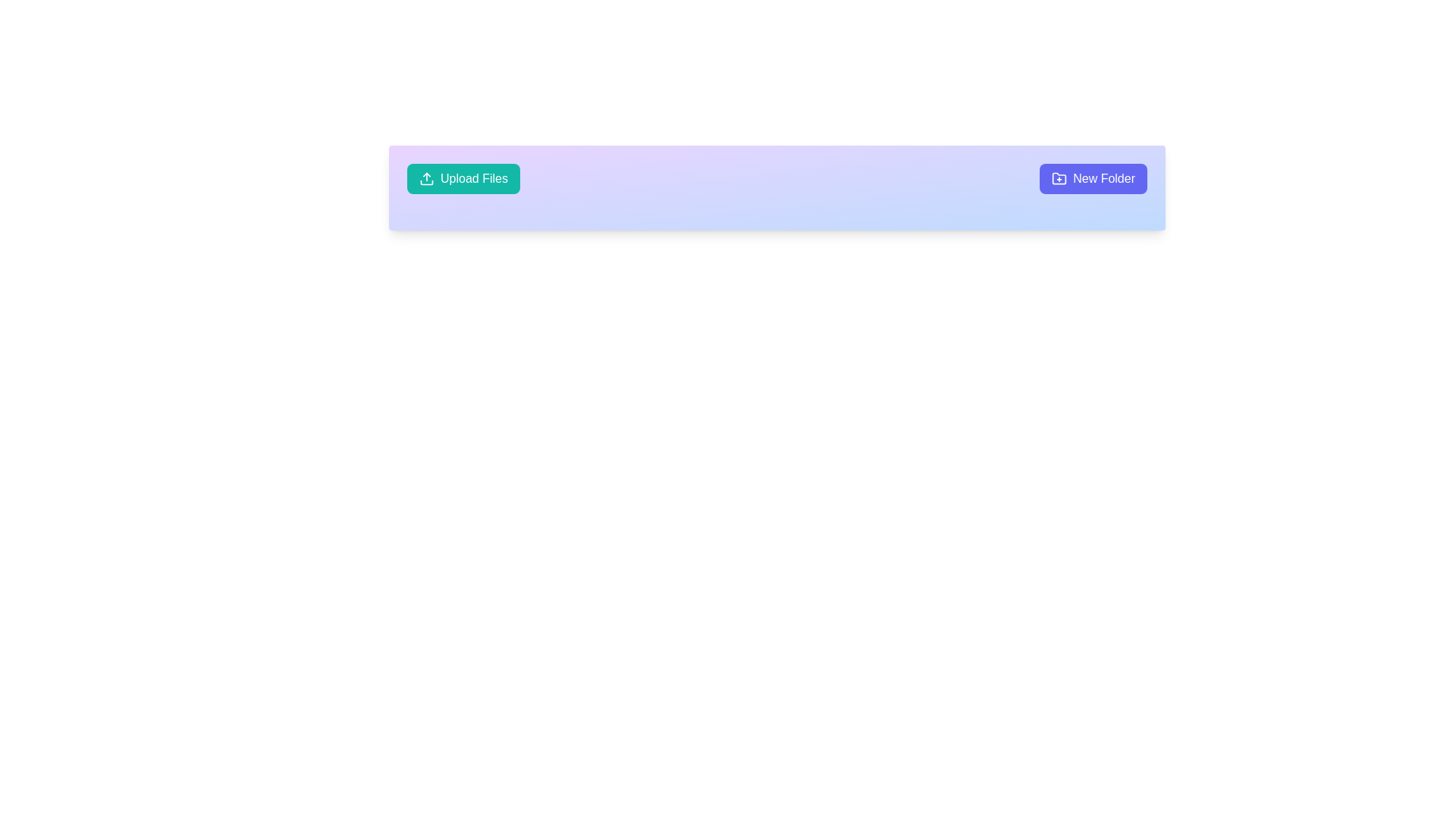 The width and height of the screenshot is (1456, 819). Describe the element at coordinates (463, 177) in the screenshot. I see `the teal button labeled 'Upload Files' with an upload icon to initiate the file upload process` at that location.